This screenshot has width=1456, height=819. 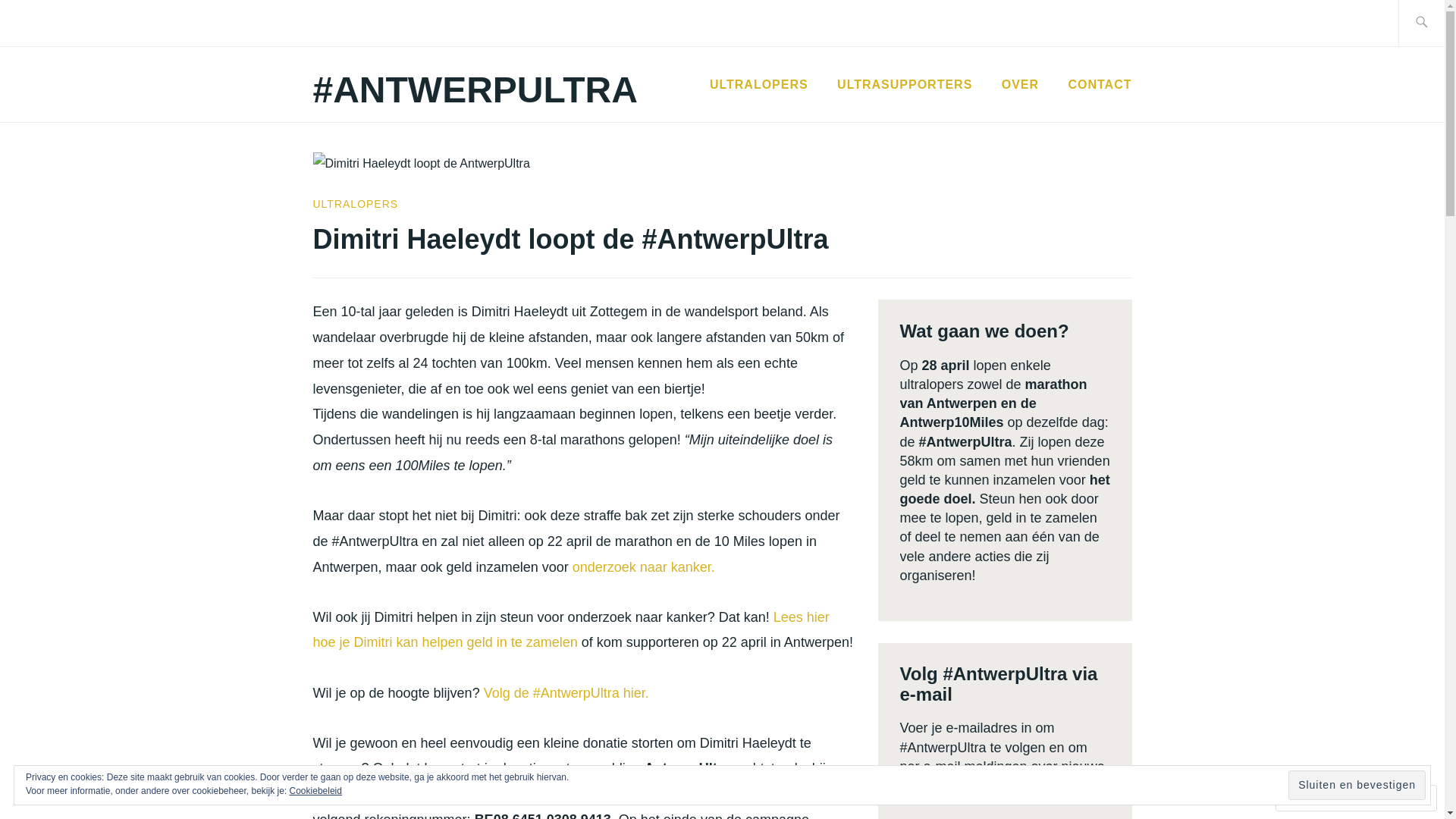 What do you see at coordinates (1357, 785) in the screenshot?
I see `'Sluiten en bevestigen'` at bounding box center [1357, 785].